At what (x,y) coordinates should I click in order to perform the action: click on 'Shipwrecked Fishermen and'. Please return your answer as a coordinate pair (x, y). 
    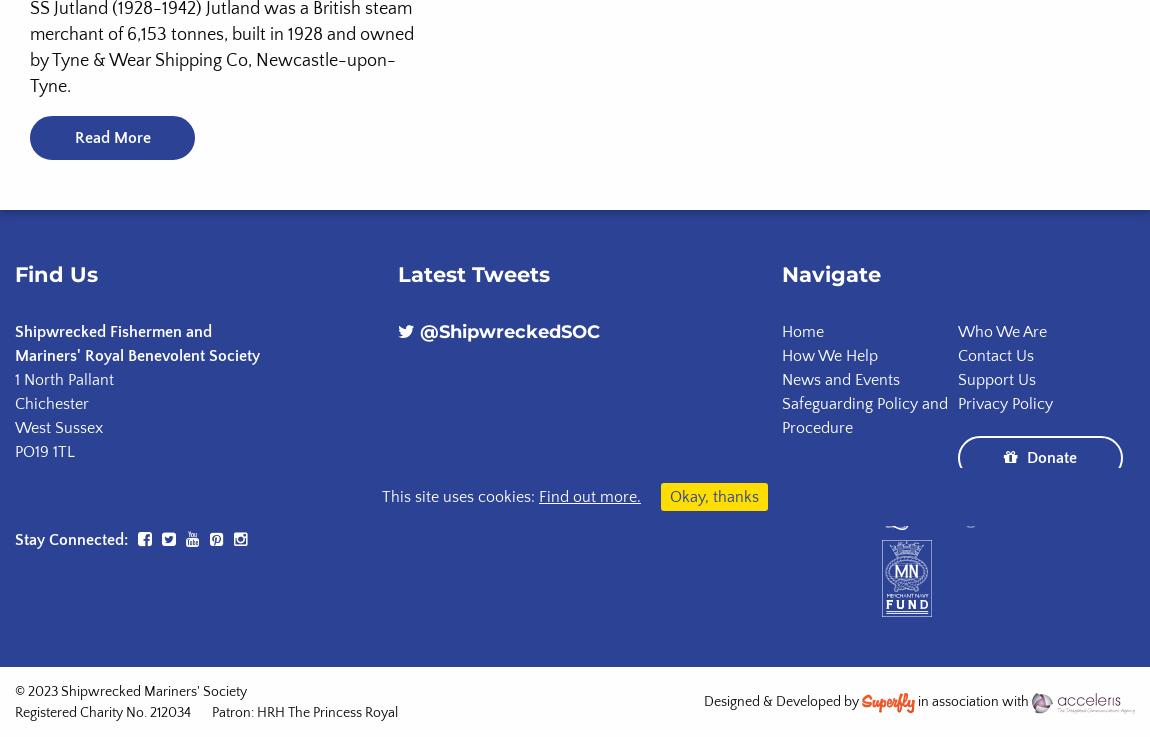
    Looking at the image, I should click on (112, 329).